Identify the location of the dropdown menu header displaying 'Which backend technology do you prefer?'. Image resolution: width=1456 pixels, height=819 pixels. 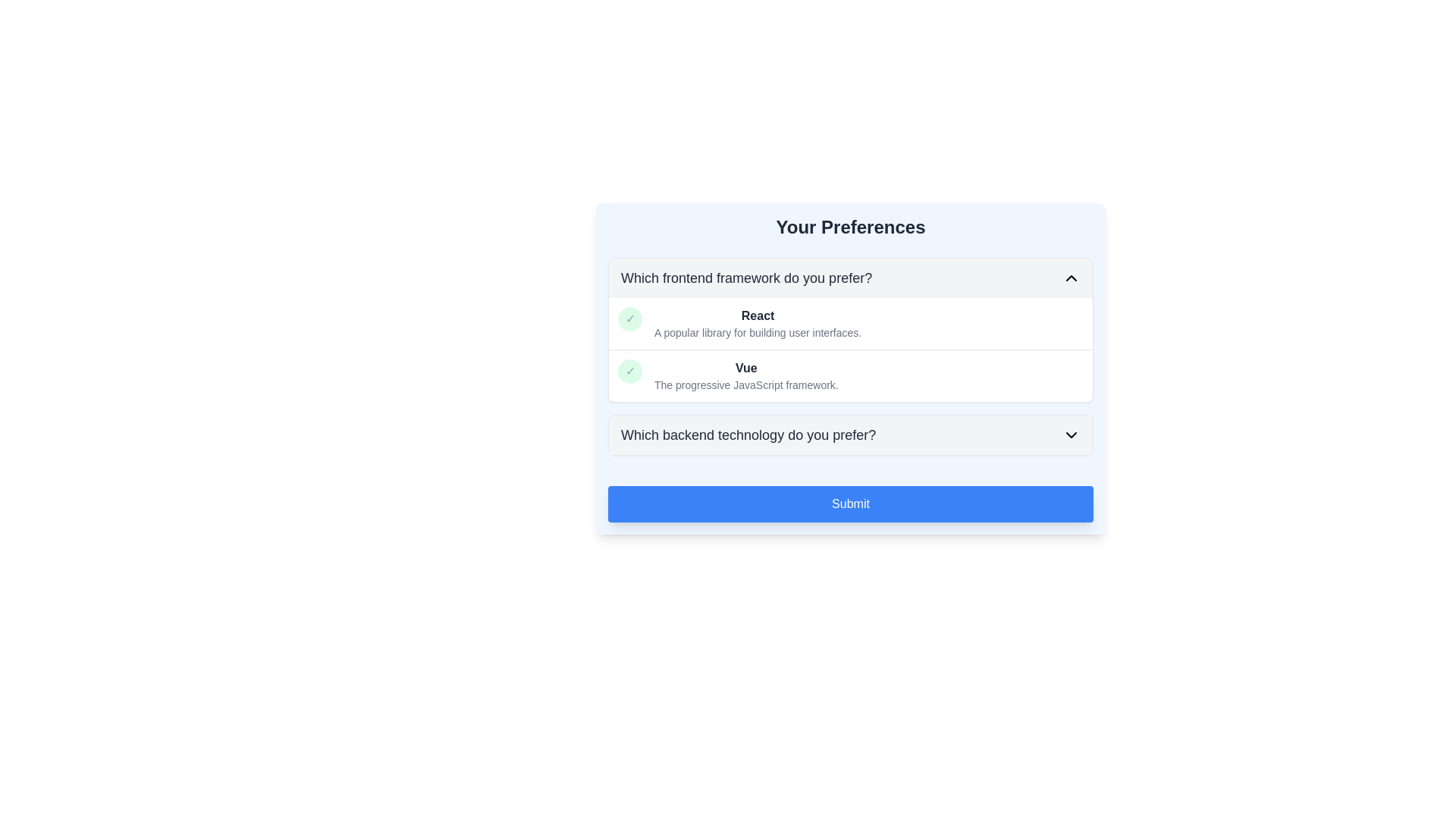
(851, 435).